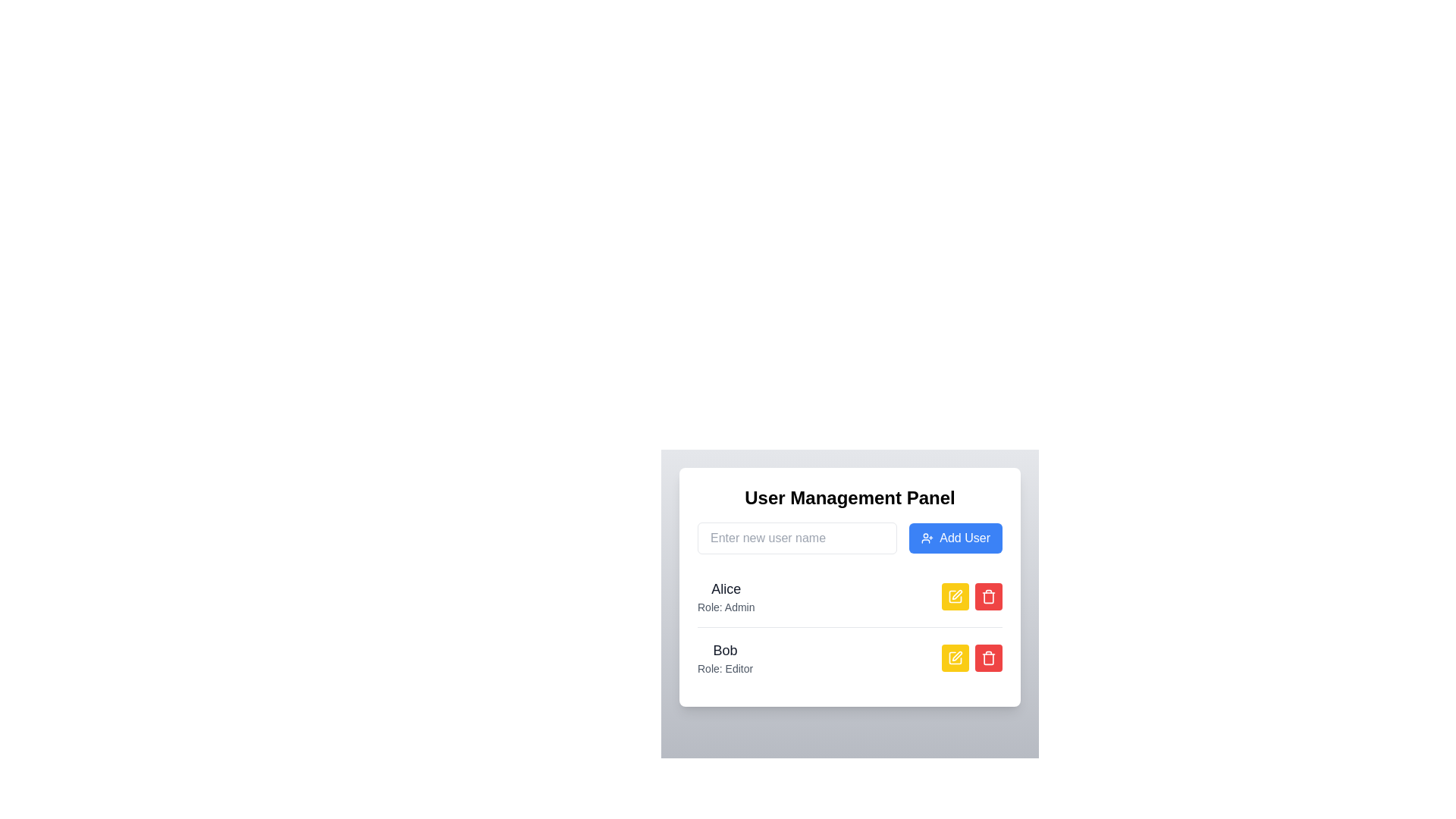  Describe the element at coordinates (989, 595) in the screenshot. I see `the red rounded rectangular button with a trash can icon located in the second row of the User Management Panel` at that location.